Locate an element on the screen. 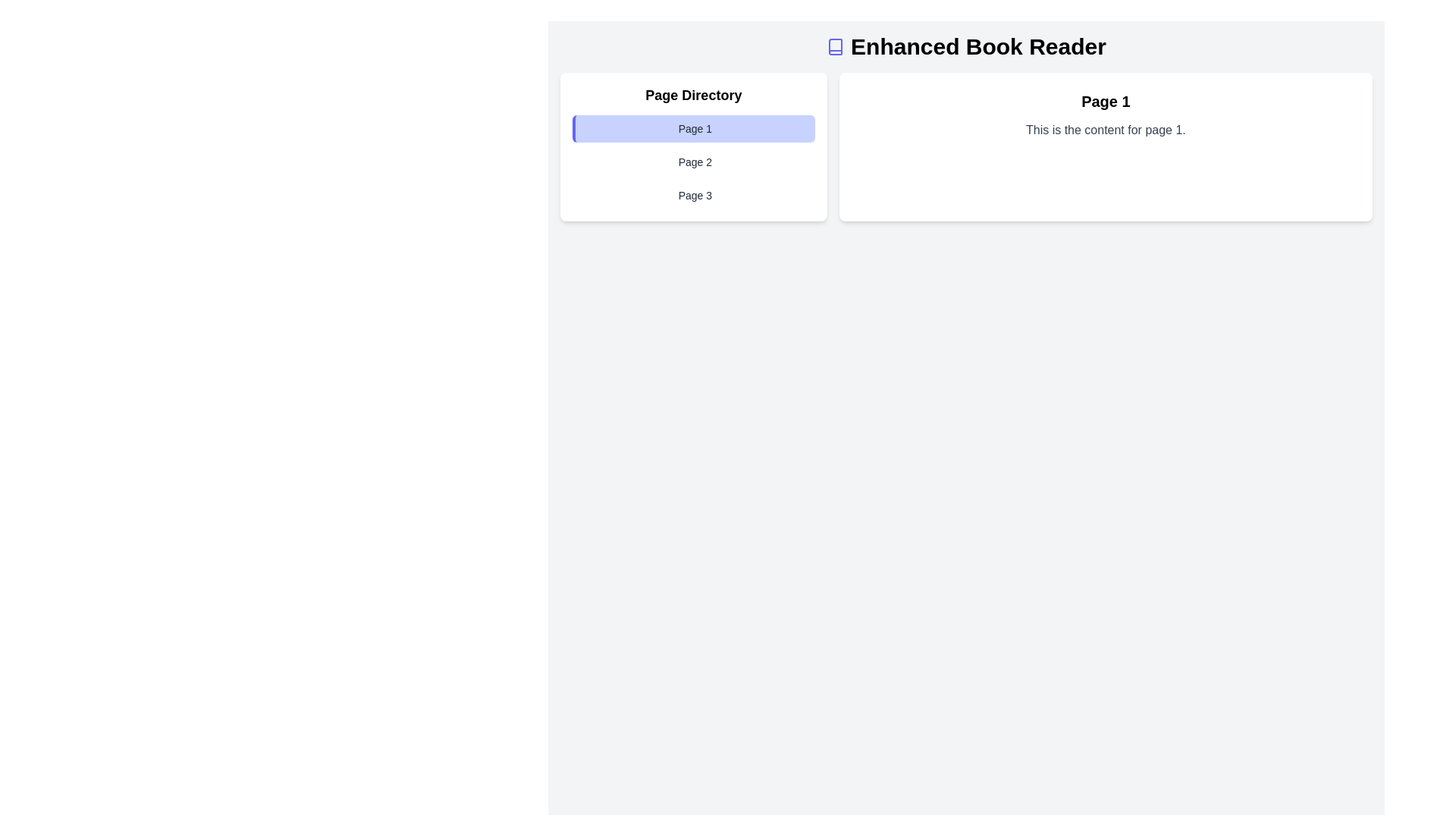  the text-based button labeled 'Page 3', which is the third item in the 'Page Directory' list is located at coordinates (692, 195).